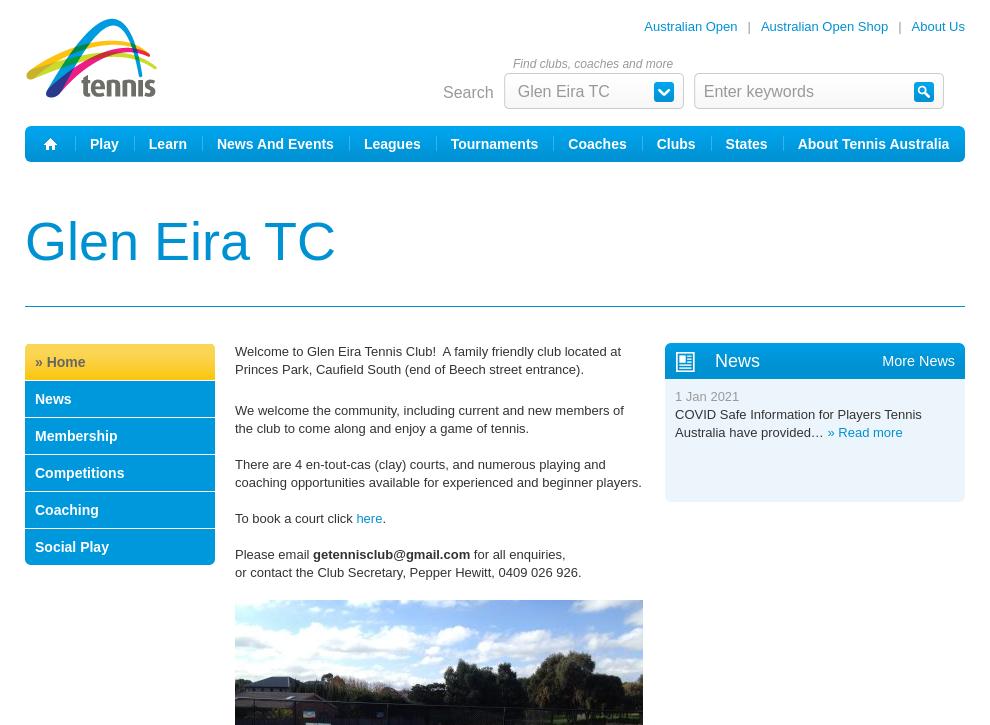  What do you see at coordinates (391, 554) in the screenshot?
I see `'getennisclub@gmail.com'` at bounding box center [391, 554].